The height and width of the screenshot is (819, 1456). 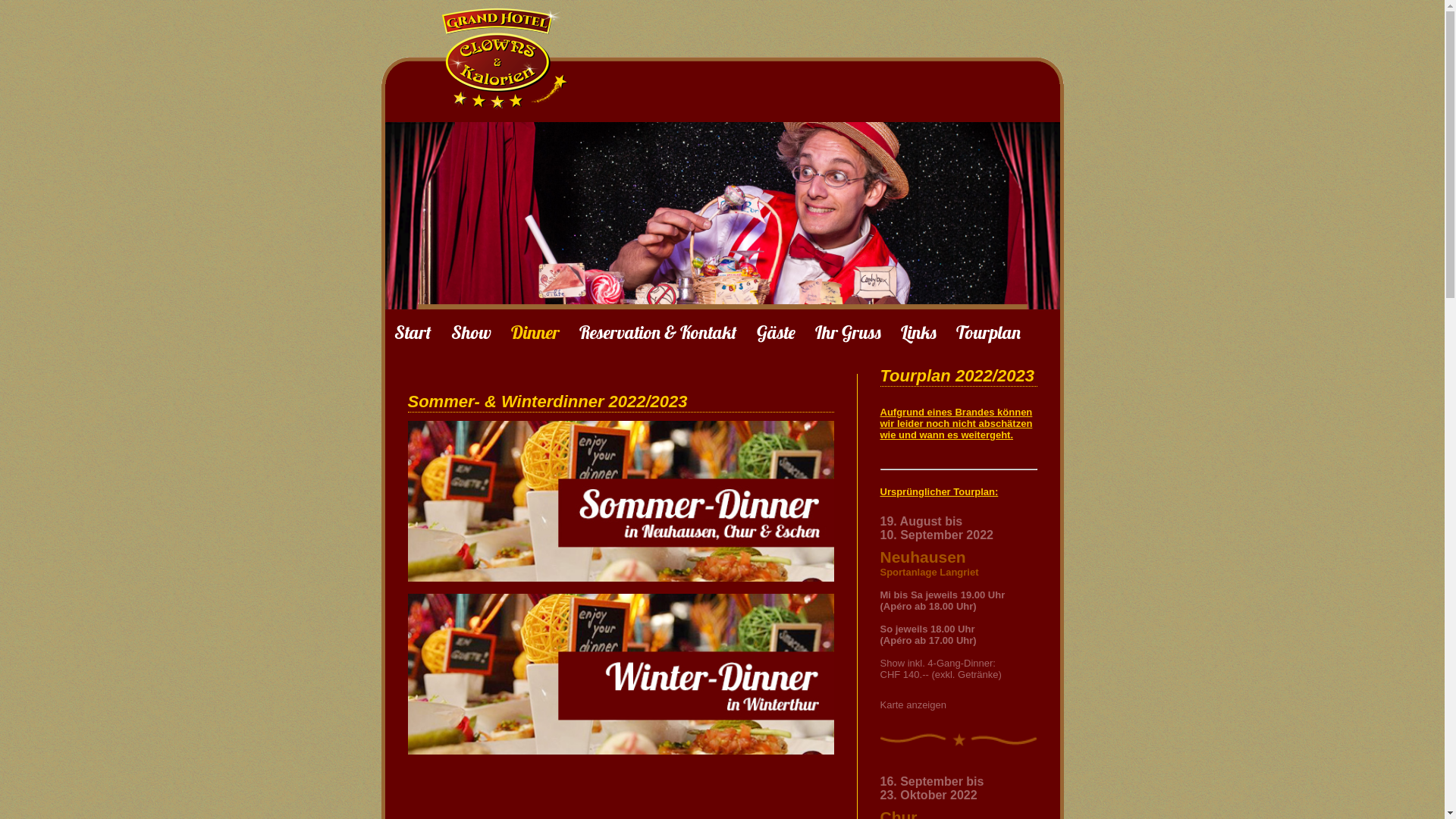 What do you see at coordinates (413, 331) in the screenshot?
I see `'Start'` at bounding box center [413, 331].